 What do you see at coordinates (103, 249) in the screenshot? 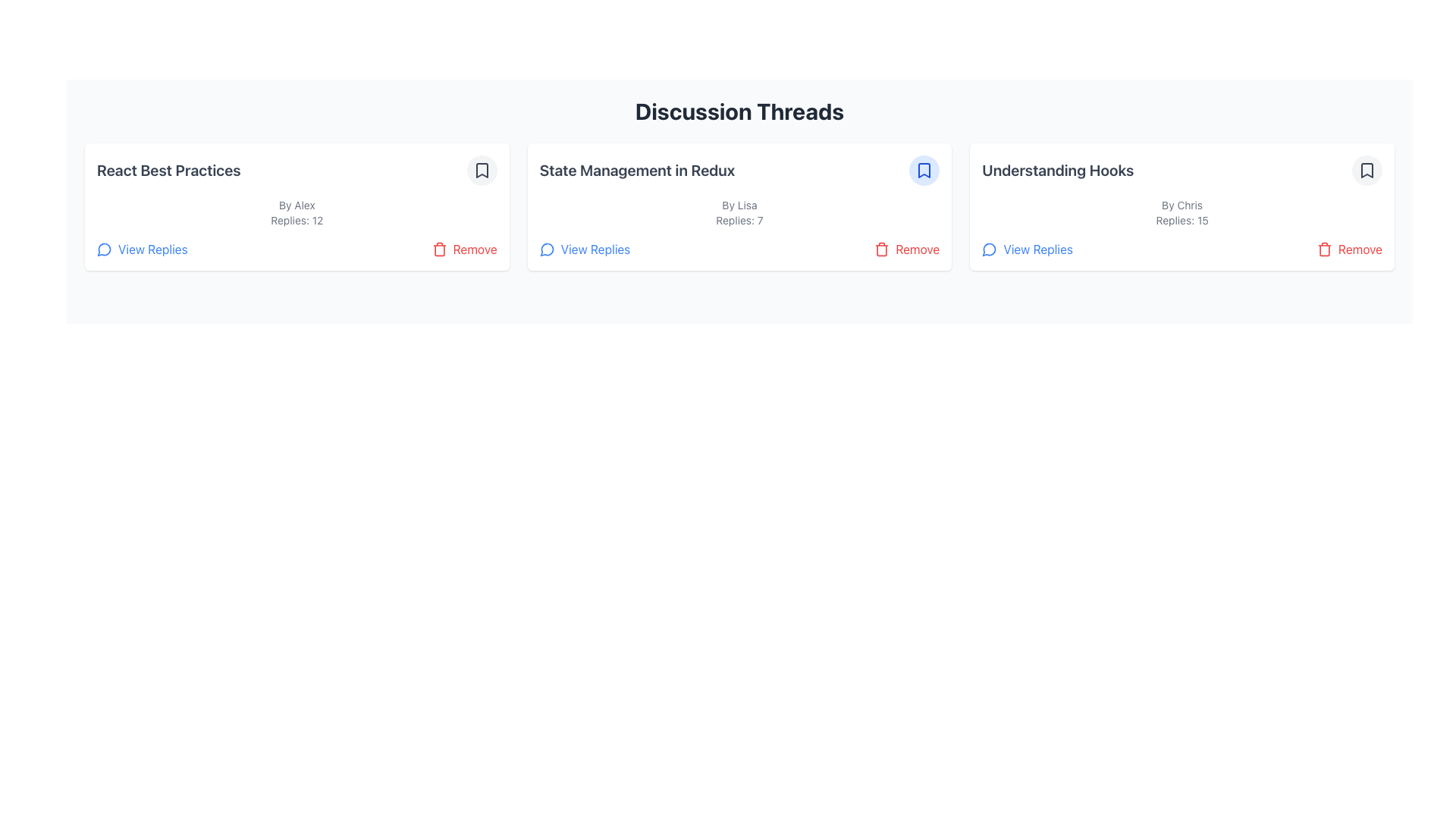
I see `the message/comment icon located in the discussion card titled 'React Best Practices', positioned in the top-left corner next to other text content` at bounding box center [103, 249].